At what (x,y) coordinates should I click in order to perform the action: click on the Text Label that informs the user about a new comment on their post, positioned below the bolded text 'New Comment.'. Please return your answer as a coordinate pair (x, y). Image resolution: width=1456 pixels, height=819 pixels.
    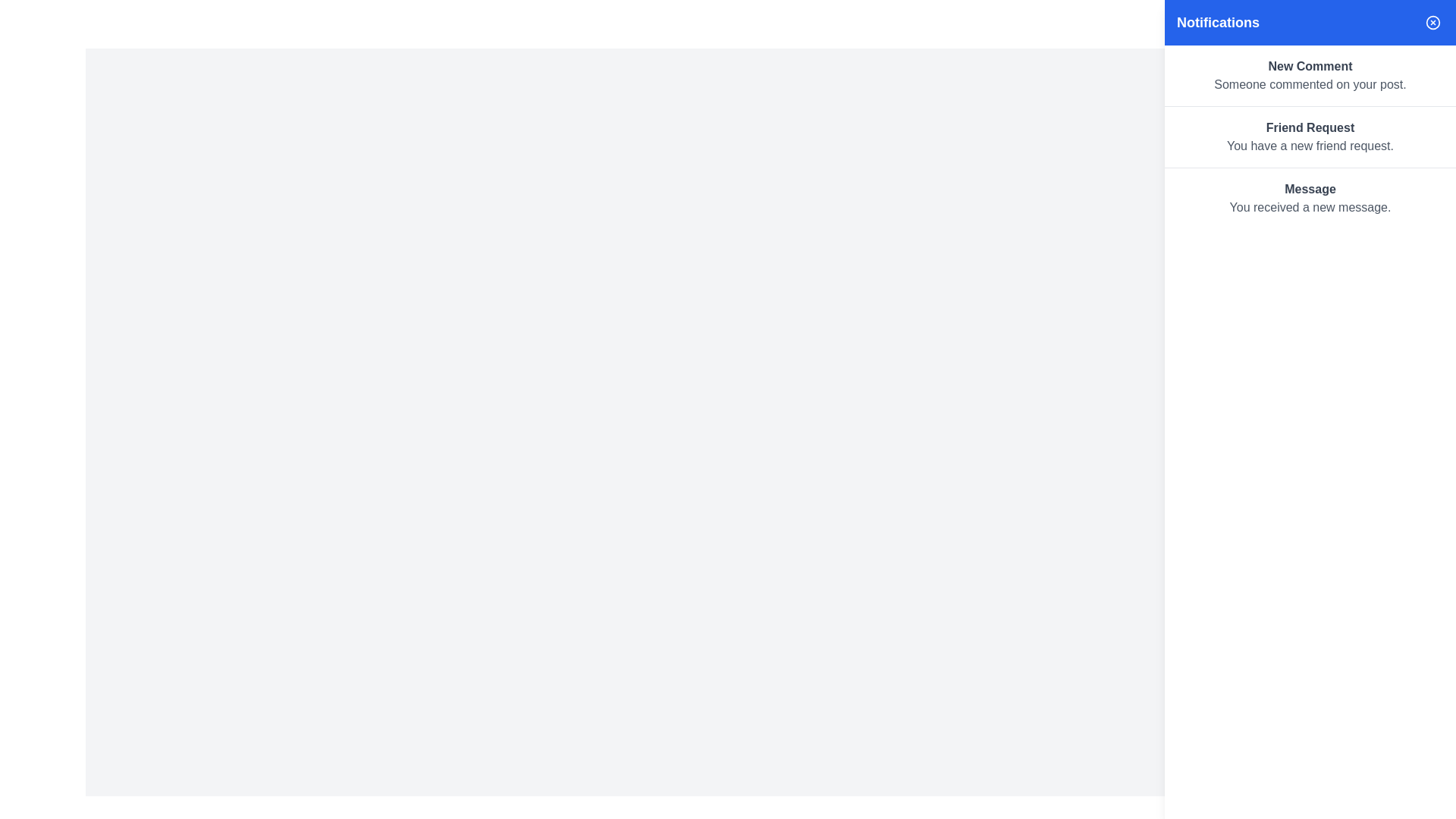
    Looking at the image, I should click on (1310, 84).